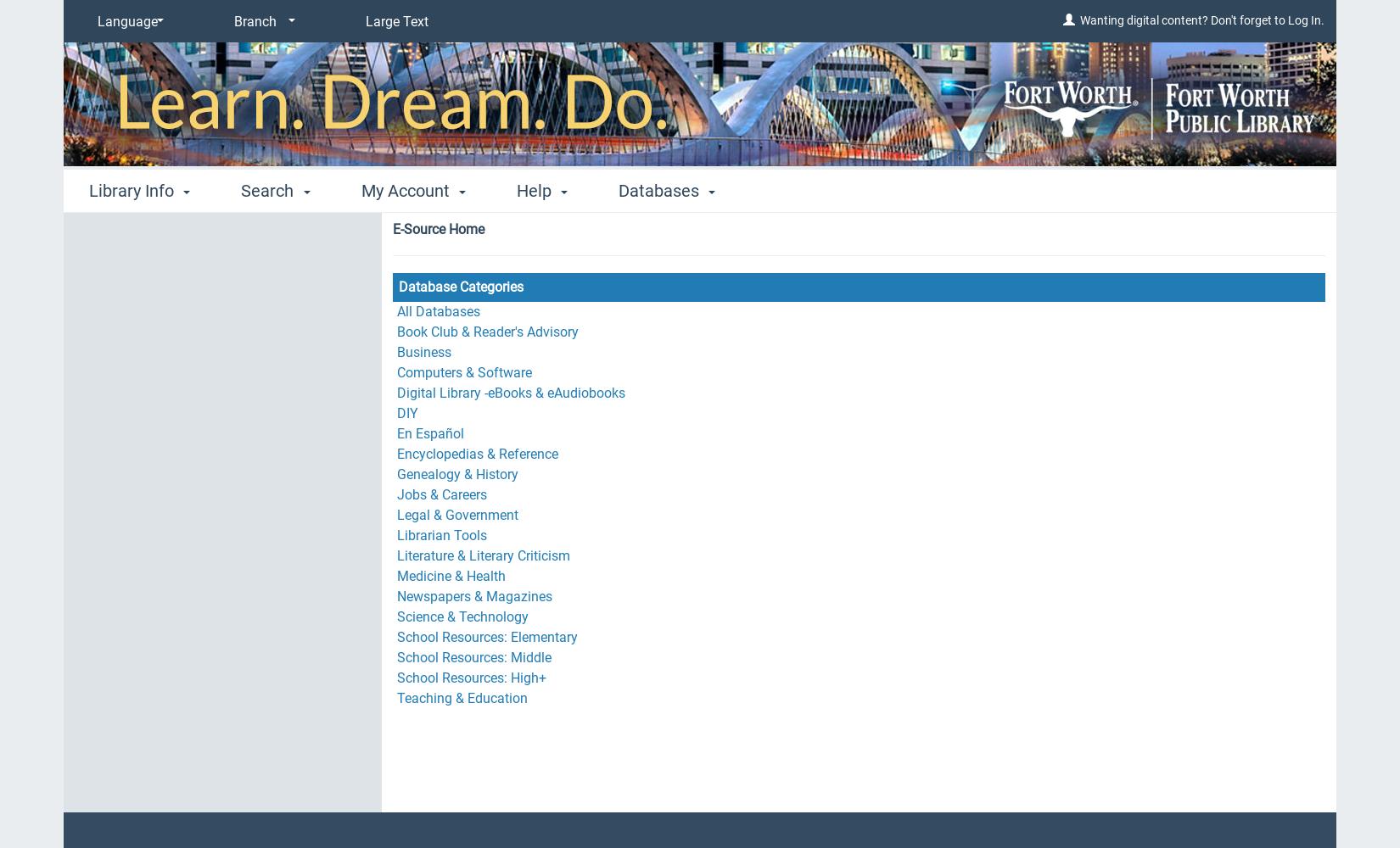 Image resolution: width=1400 pixels, height=848 pixels. Describe the element at coordinates (395, 697) in the screenshot. I see `'Teaching & Education'` at that location.